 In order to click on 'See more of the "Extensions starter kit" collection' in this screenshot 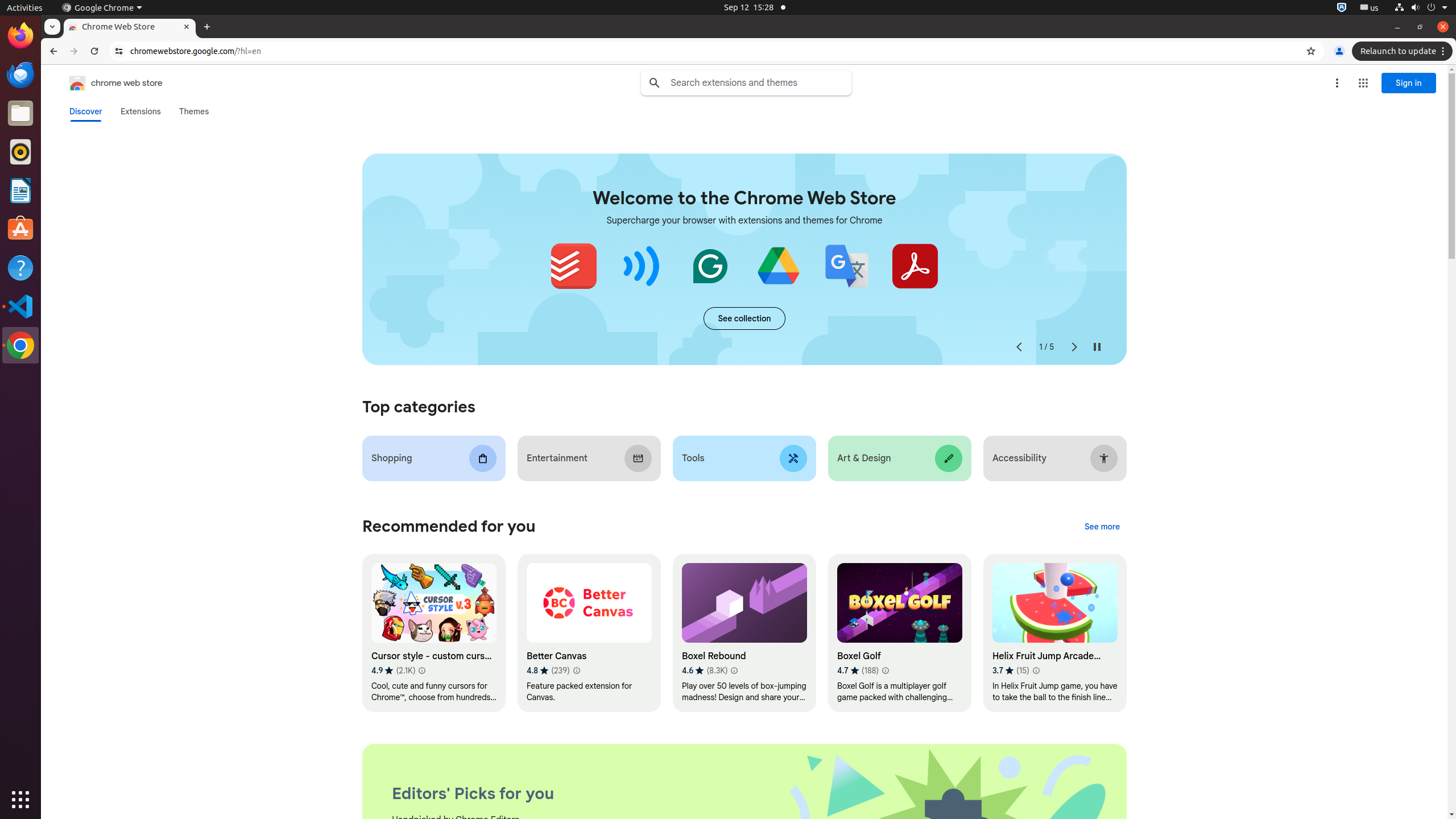, I will do `click(744, 318)`.